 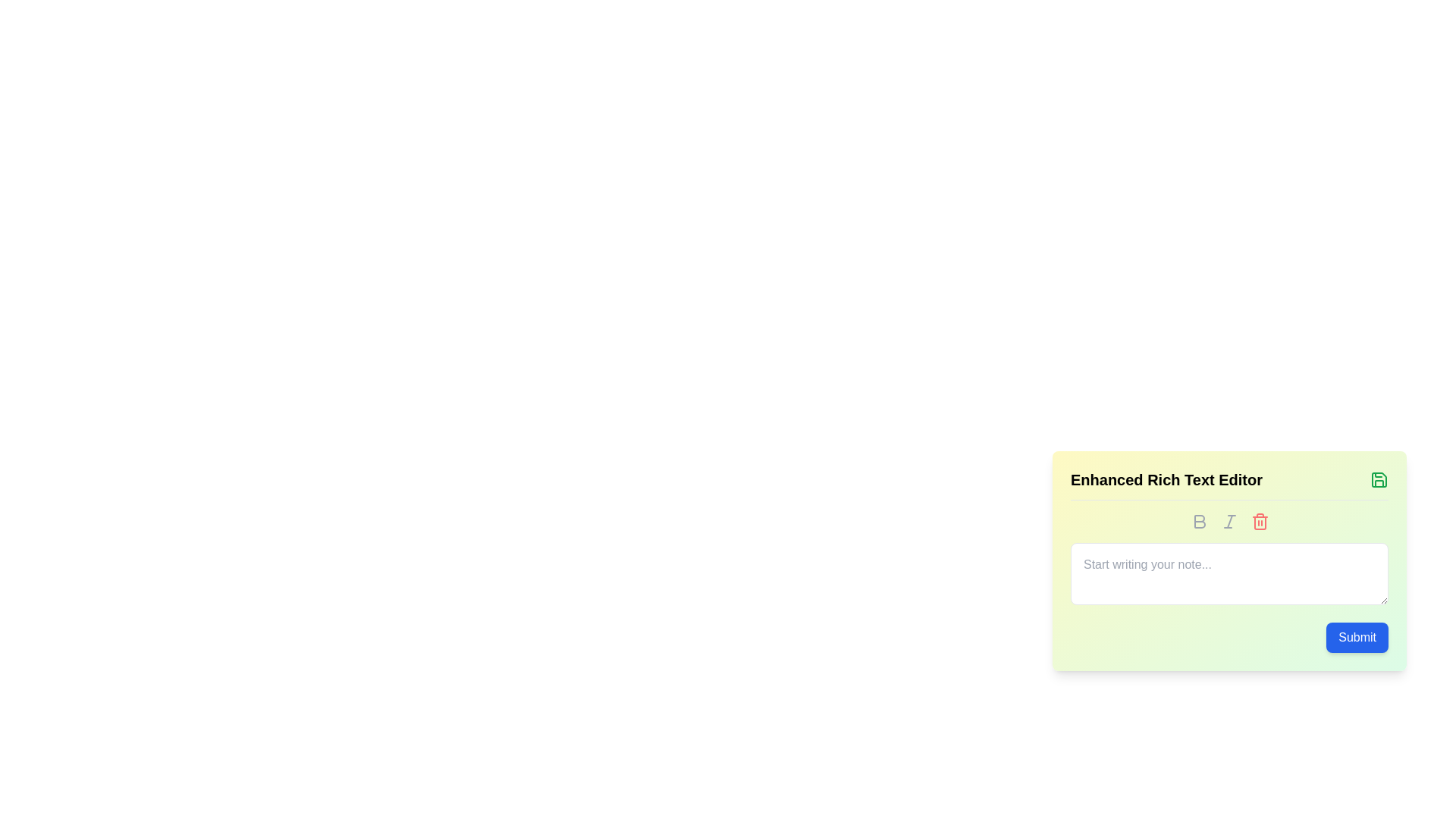 What do you see at coordinates (1357, 637) in the screenshot?
I see `the submit button located at the bottom-right corner of the 'Enhanced Rich Text Editor' card to change its appearance` at bounding box center [1357, 637].